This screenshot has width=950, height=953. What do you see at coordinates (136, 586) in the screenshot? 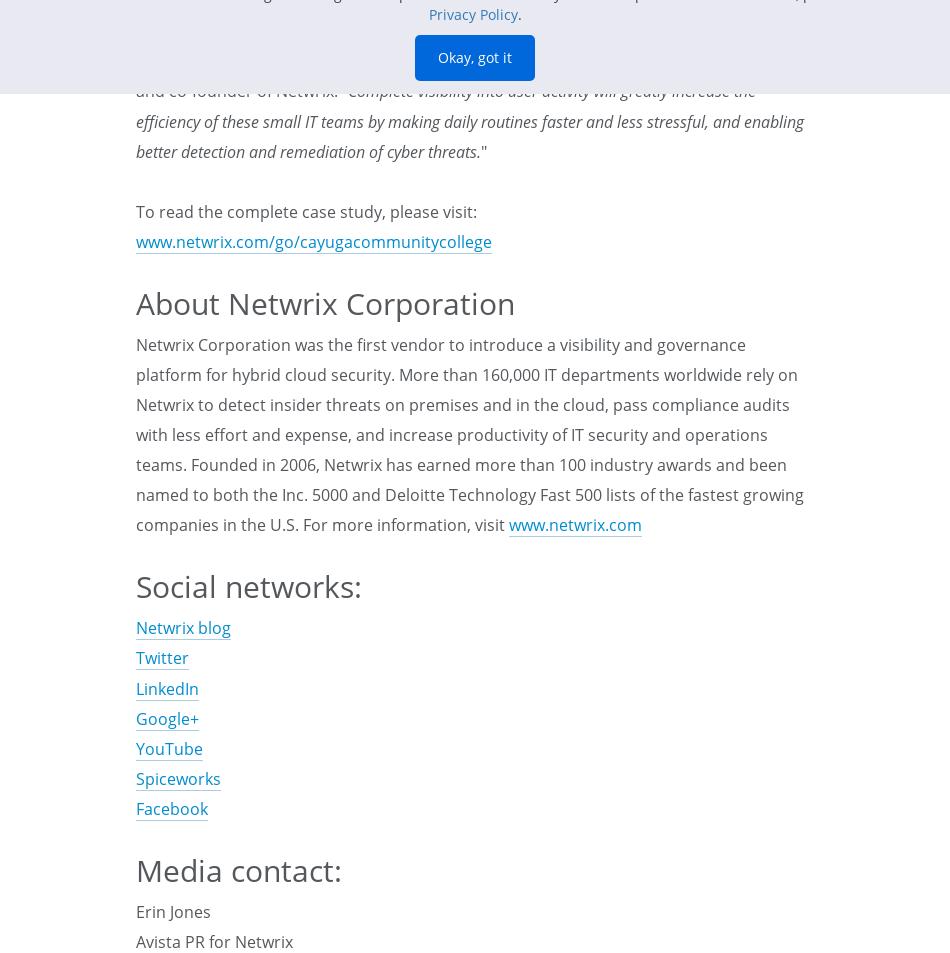
I see `'Social networks:'` at bounding box center [136, 586].